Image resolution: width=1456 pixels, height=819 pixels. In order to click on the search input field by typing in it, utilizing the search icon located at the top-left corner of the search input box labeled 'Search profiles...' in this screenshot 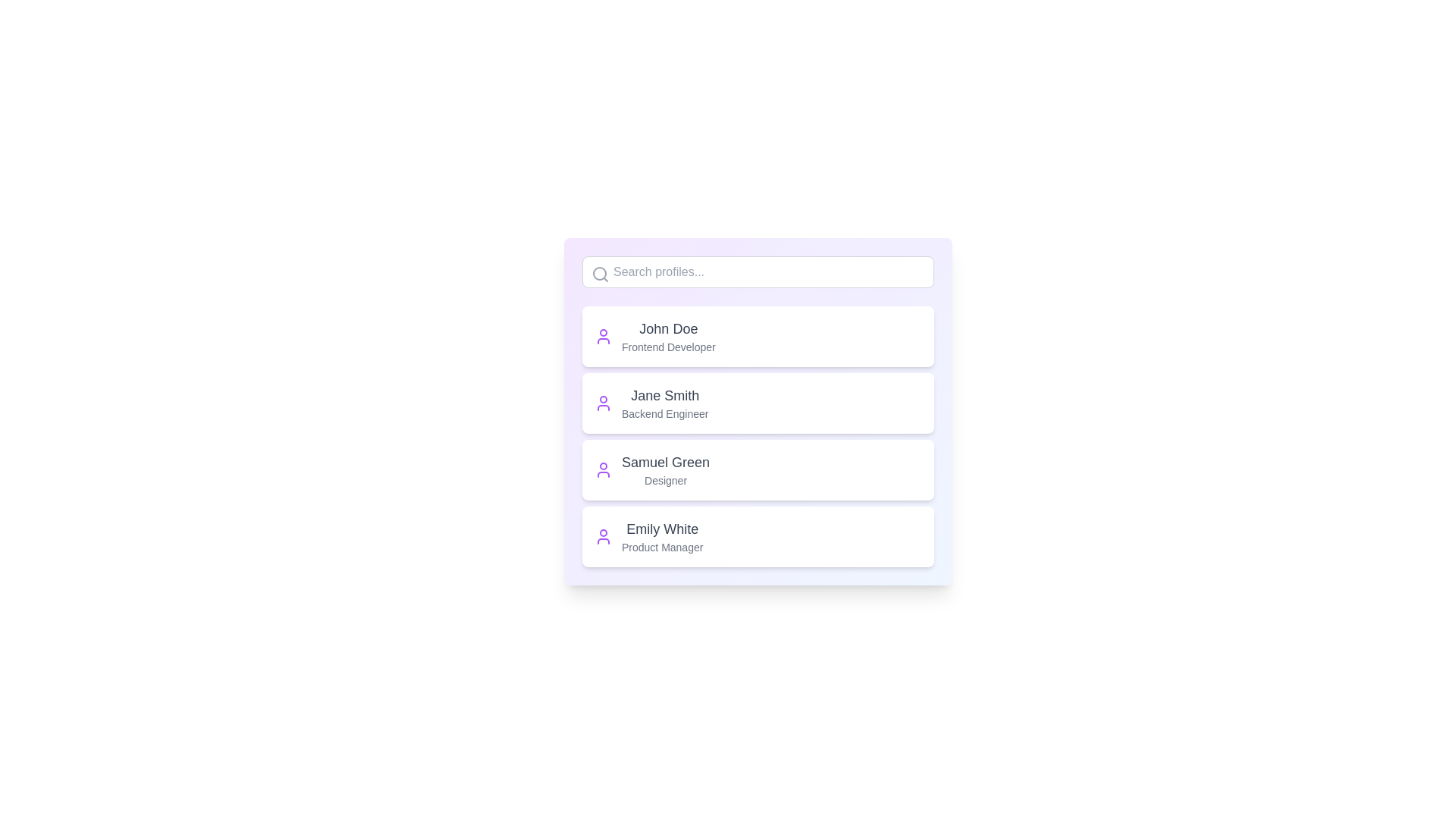, I will do `click(600, 275)`.